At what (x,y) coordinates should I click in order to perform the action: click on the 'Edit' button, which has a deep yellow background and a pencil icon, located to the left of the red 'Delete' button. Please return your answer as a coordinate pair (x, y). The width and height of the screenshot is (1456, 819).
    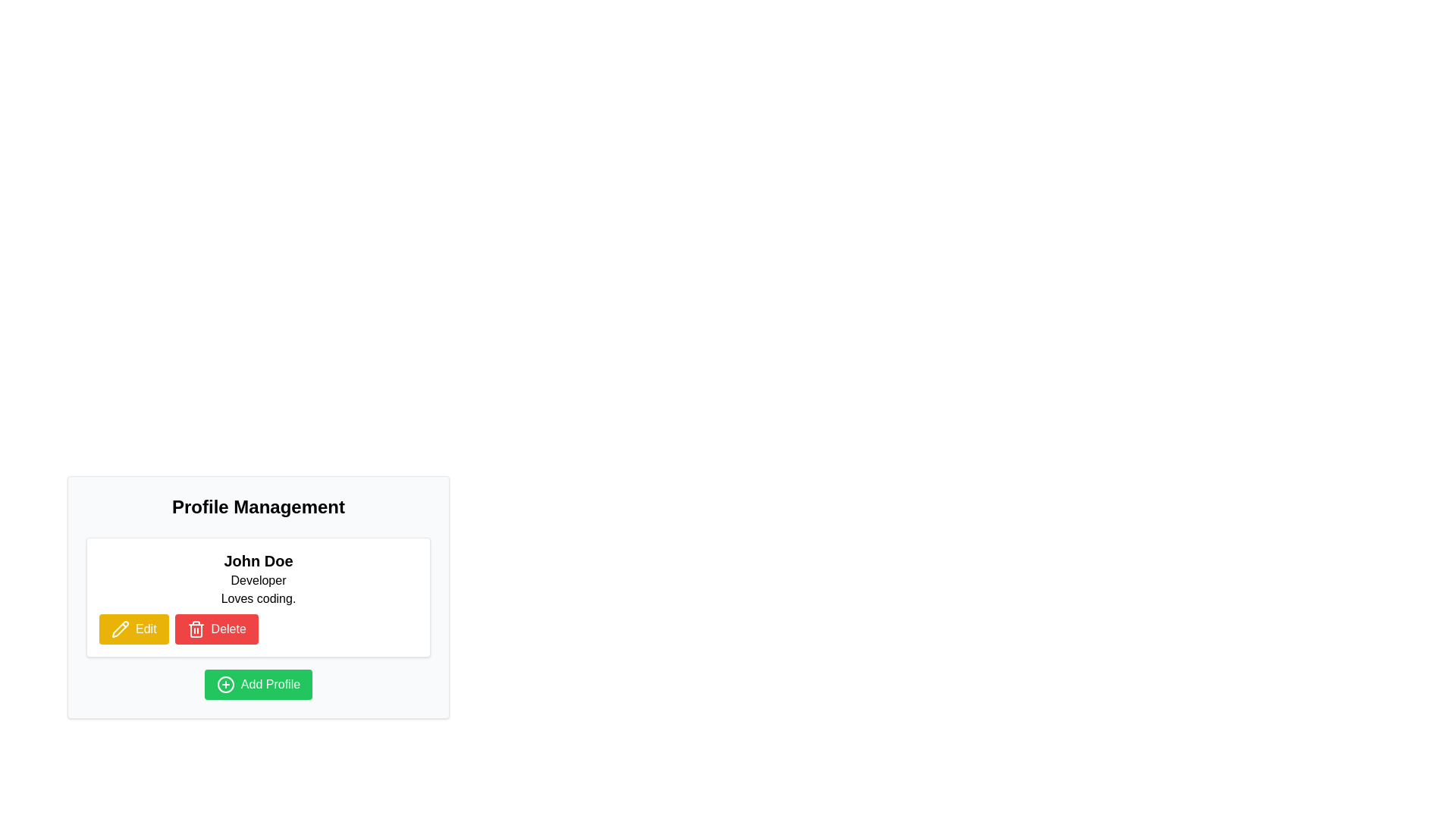
    Looking at the image, I should click on (133, 629).